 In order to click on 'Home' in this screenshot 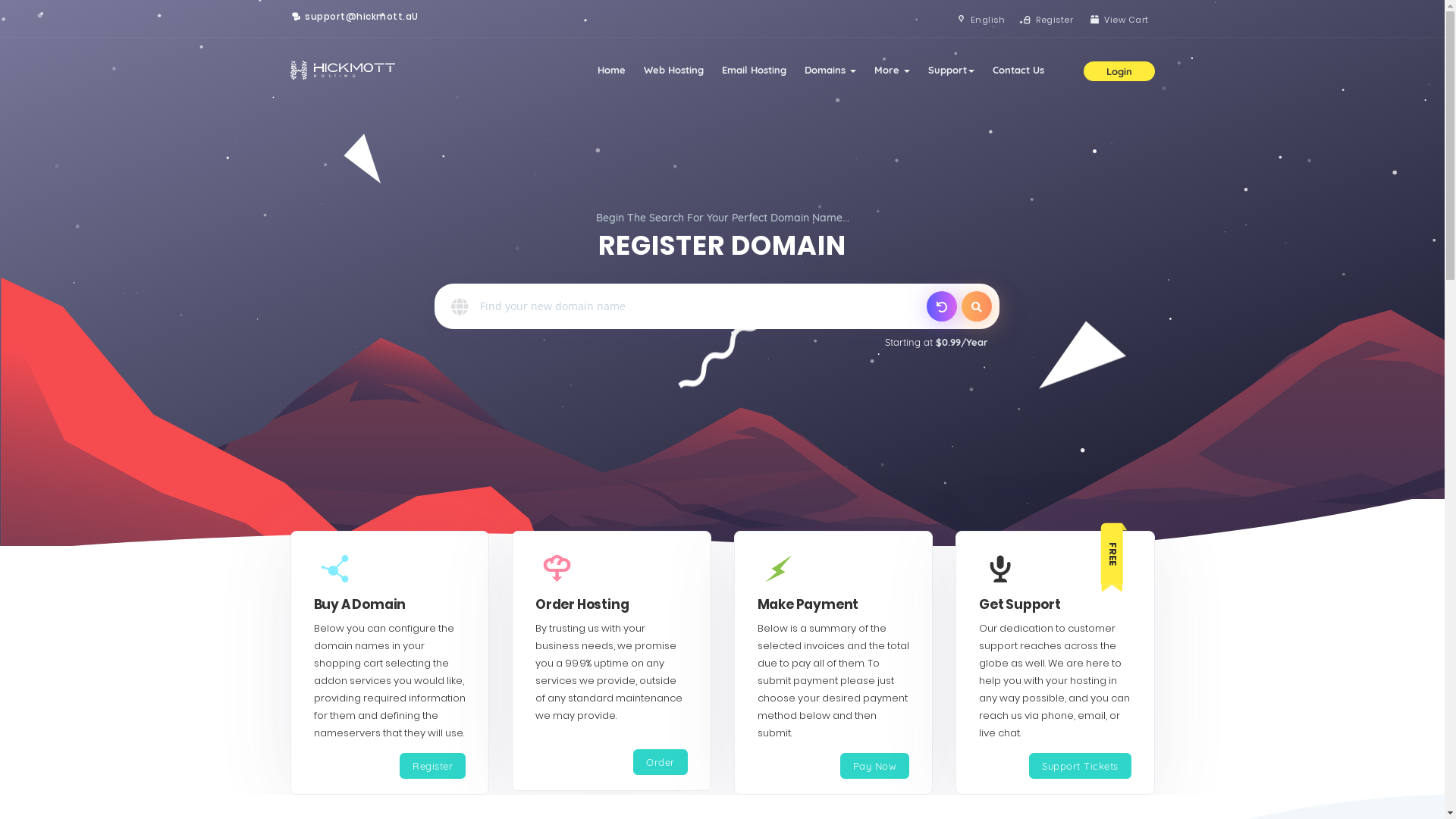, I will do `click(611, 70)`.